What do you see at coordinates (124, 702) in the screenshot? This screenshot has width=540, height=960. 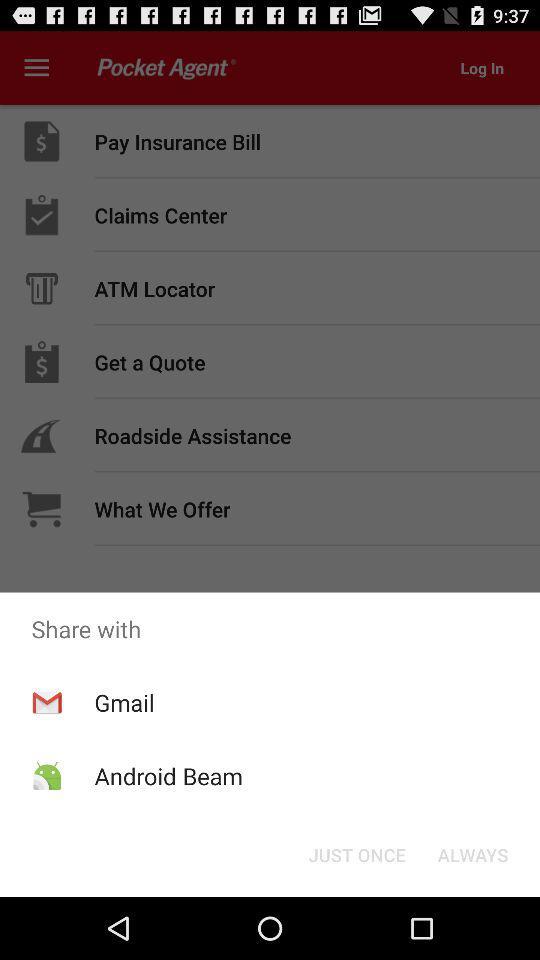 I see `icon below the share with` at bounding box center [124, 702].